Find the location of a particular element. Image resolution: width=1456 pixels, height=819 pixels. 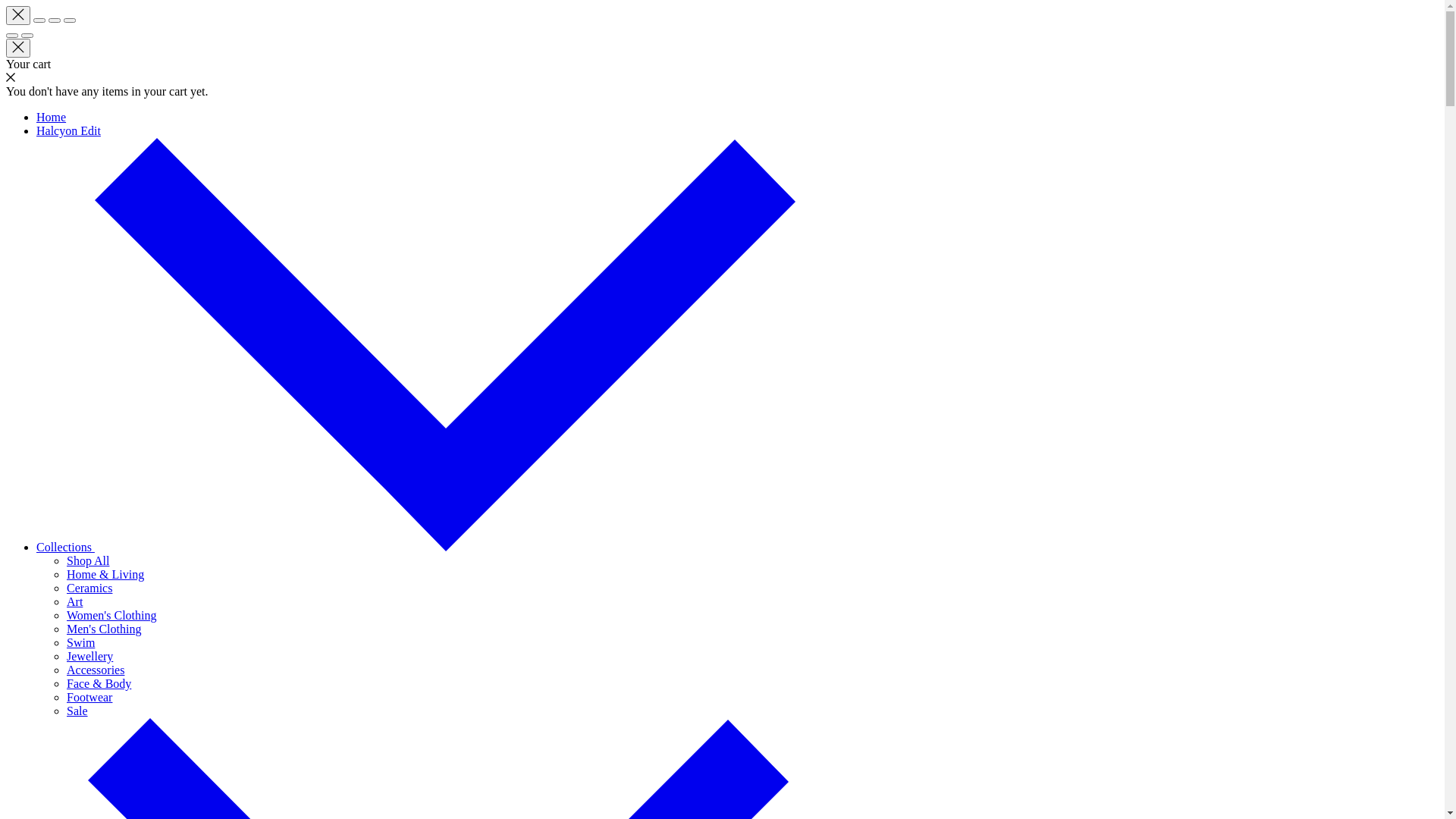

'Face & Body' is located at coordinates (98, 683).